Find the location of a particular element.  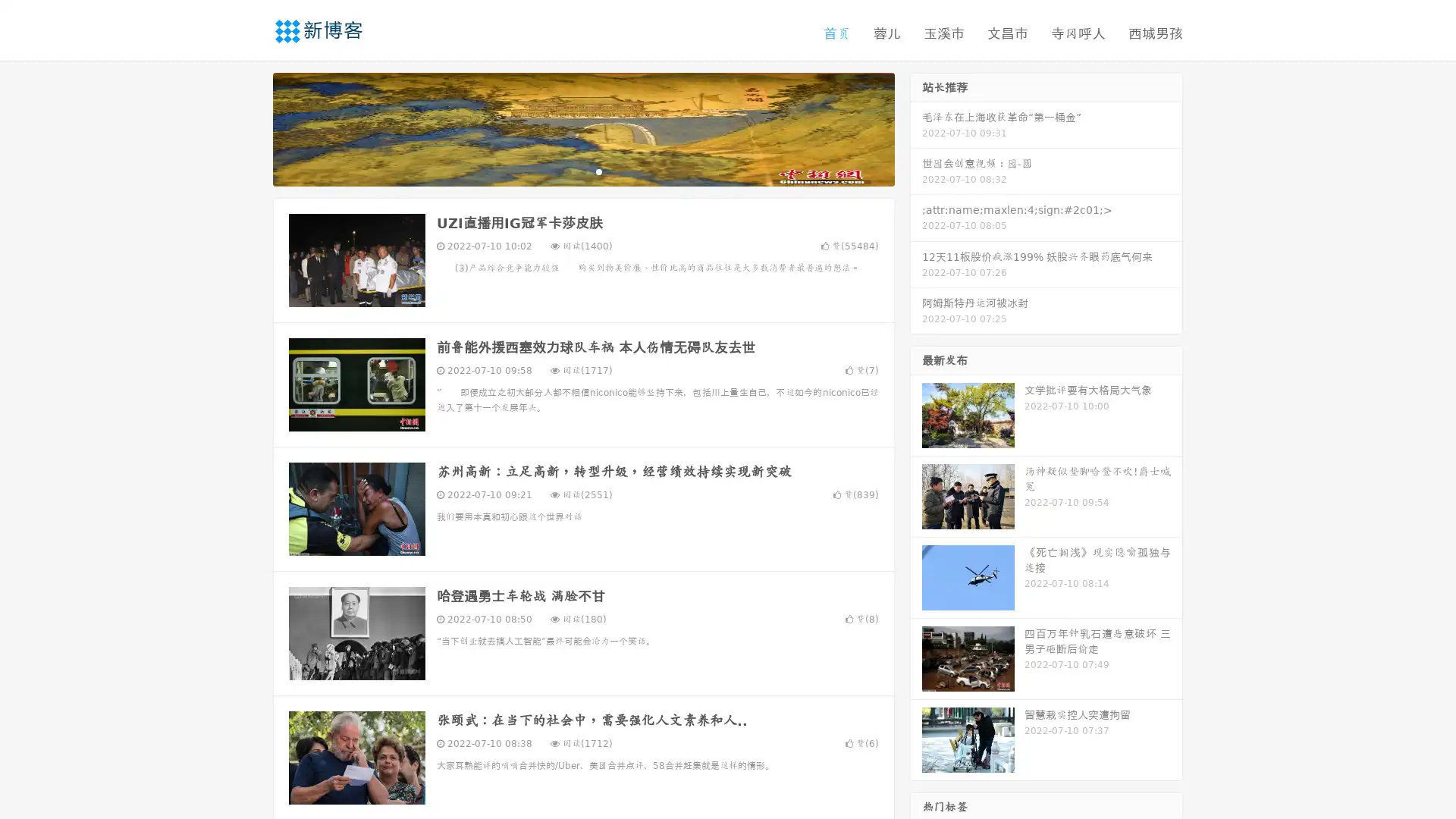

Go to slide 2 is located at coordinates (582, 171).